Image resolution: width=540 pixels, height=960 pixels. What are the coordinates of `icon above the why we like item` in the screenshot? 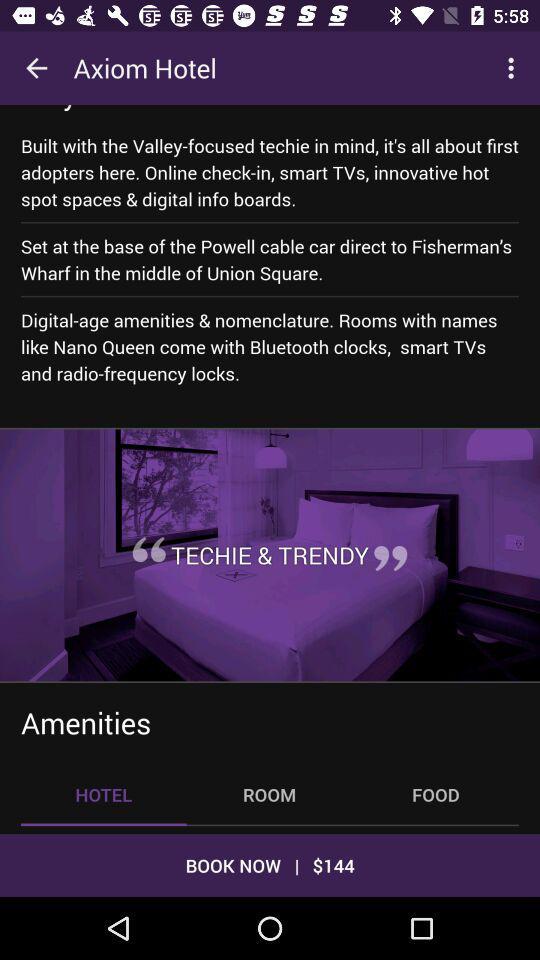 It's located at (36, 68).